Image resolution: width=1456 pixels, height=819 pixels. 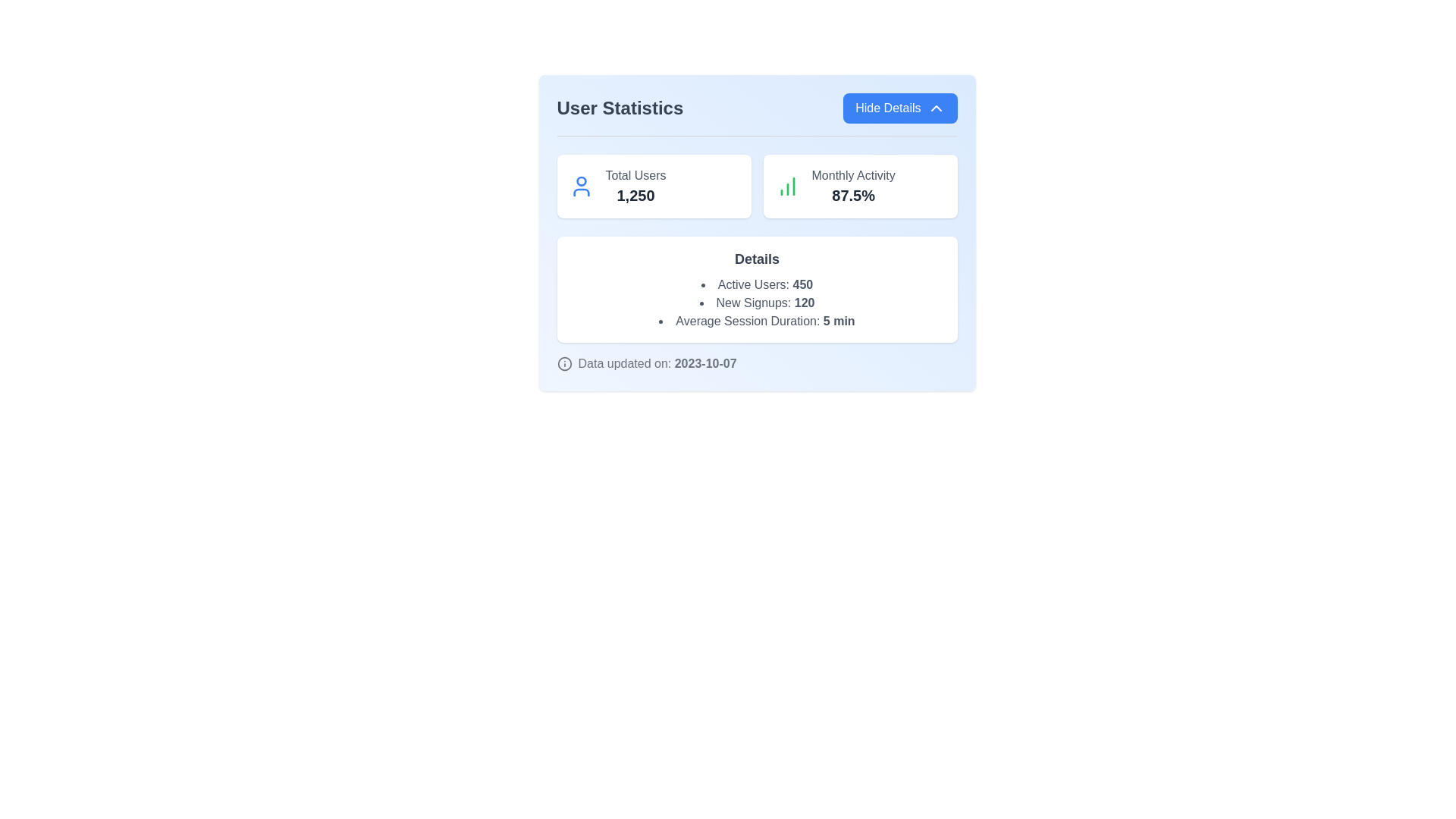 What do you see at coordinates (853, 195) in the screenshot?
I see `the Text Label displaying the monthly activity percentage value located within the 'User Statistics' card, beneath the 'Monthly Activity' title` at bounding box center [853, 195].